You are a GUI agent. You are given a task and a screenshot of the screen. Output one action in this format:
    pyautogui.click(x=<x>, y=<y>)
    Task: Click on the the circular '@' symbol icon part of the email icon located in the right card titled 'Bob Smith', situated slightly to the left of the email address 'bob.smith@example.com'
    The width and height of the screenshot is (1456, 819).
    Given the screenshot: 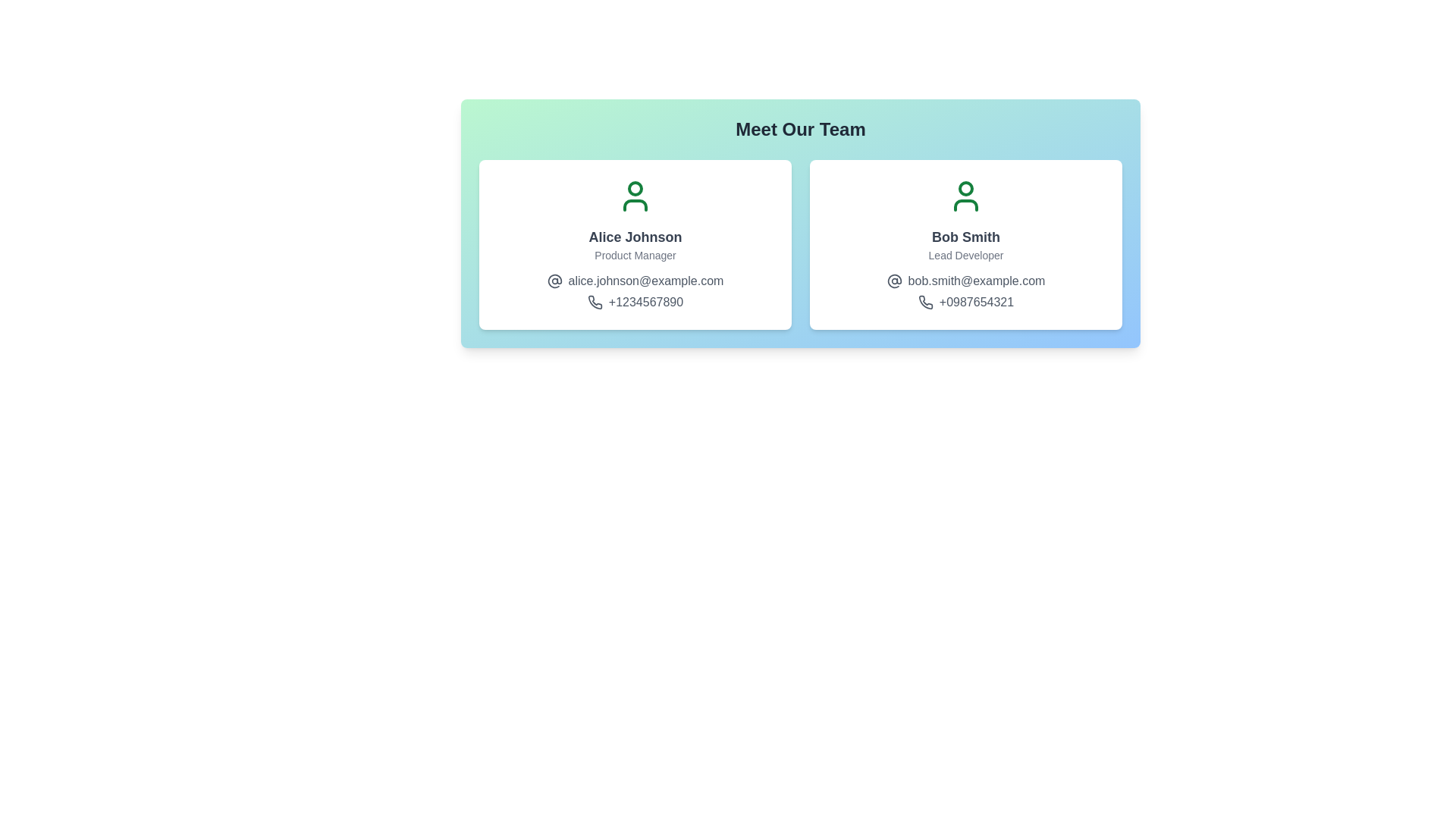 What is the action you would take?
    pyautogui.click(x=894, y=281)
    